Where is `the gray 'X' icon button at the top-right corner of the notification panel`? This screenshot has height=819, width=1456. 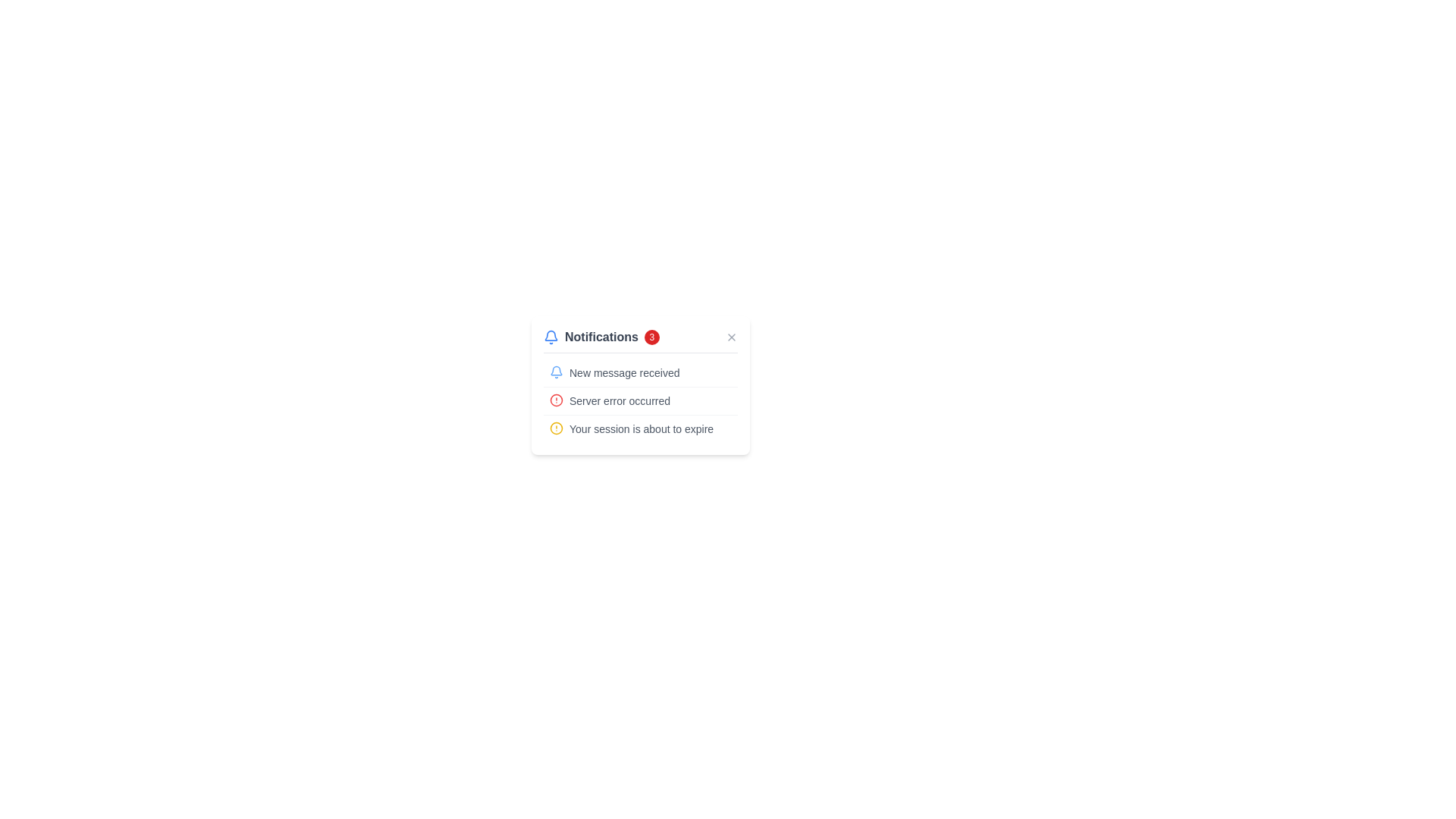 the gray 'X' icon button at the top-right corner of the notification panel is located at coordinates (731, 336).